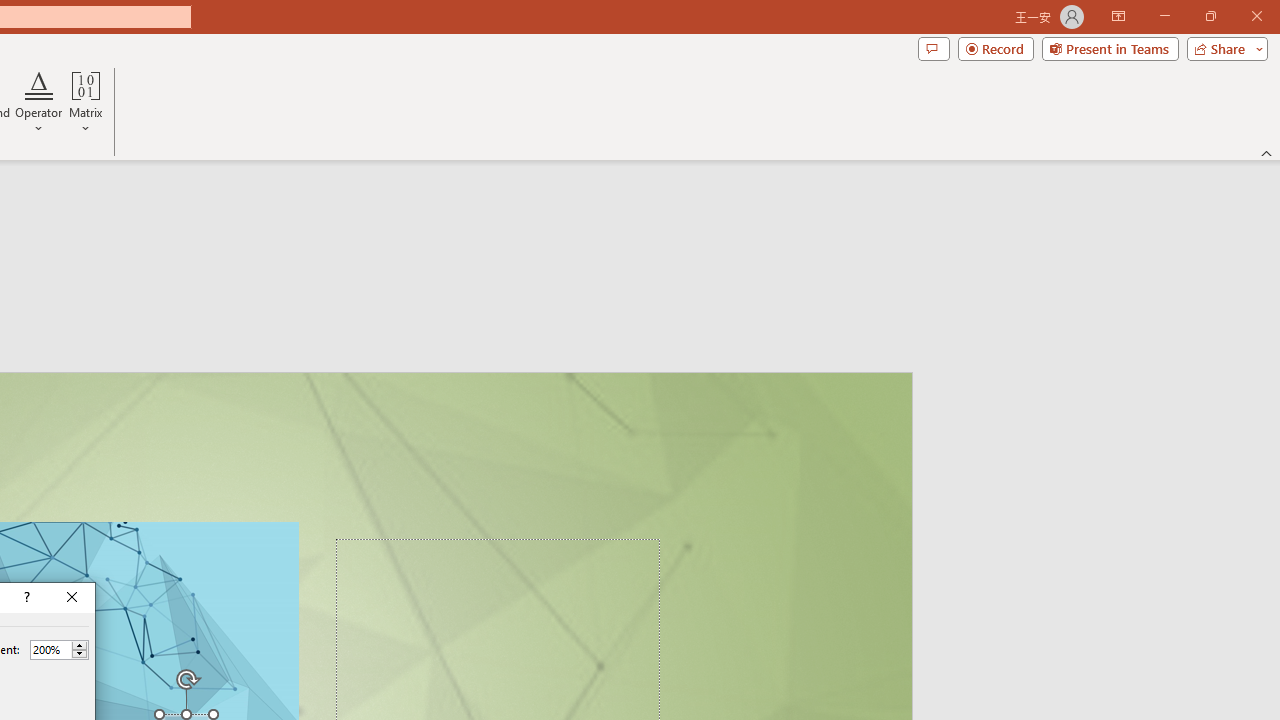 Image resolution: width=1280 pixels, height=720 pixels. What do you see at coordinates (50, 649) in the screenshot?
I see `'Percent'` at bounding box center [50, 649].